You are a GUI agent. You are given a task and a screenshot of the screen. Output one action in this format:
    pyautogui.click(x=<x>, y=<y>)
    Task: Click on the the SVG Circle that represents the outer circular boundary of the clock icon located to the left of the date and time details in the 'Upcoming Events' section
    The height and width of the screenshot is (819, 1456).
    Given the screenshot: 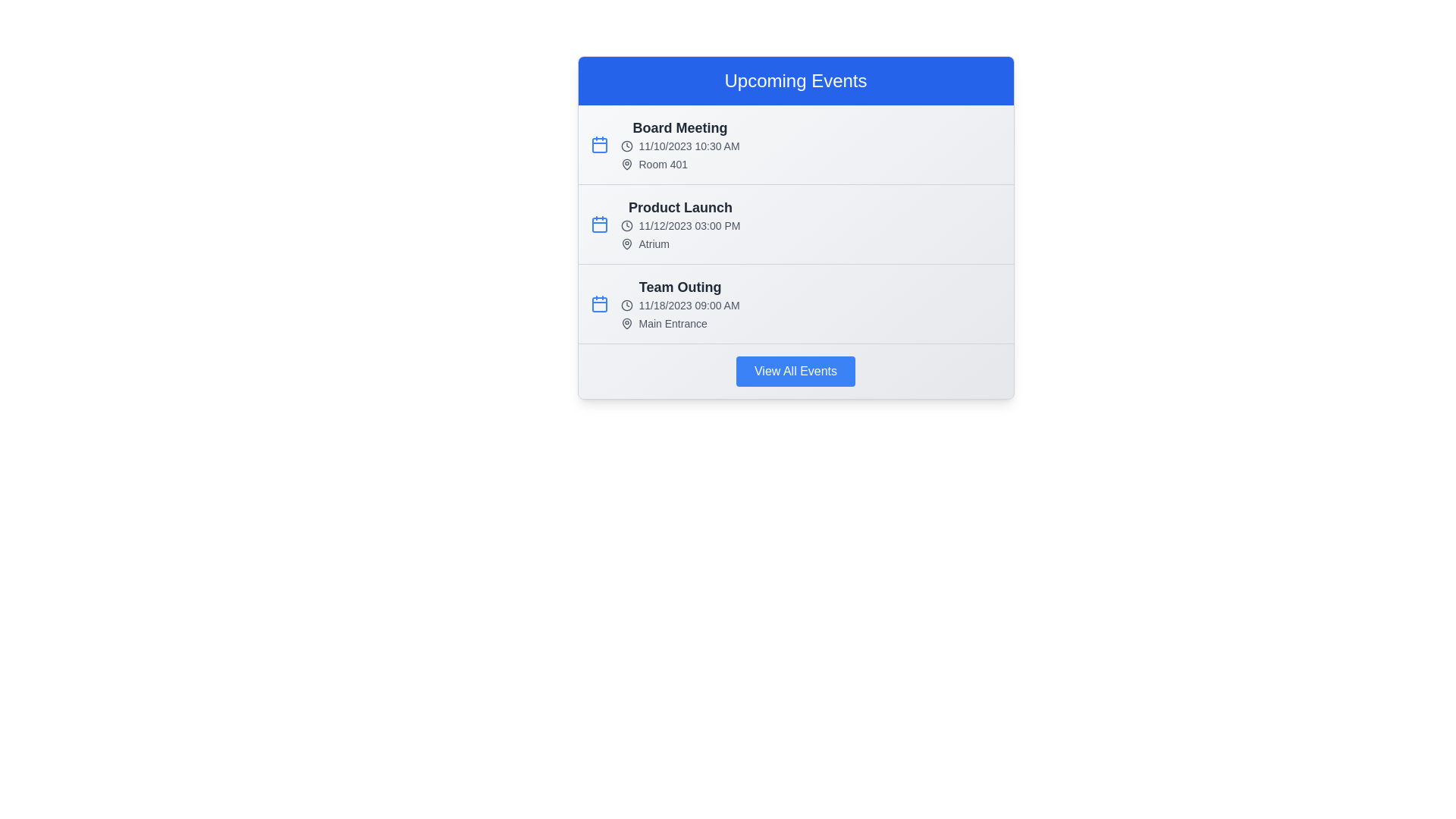 What is the action you would take?
    pyautogui.click(x=626, y=305)
    